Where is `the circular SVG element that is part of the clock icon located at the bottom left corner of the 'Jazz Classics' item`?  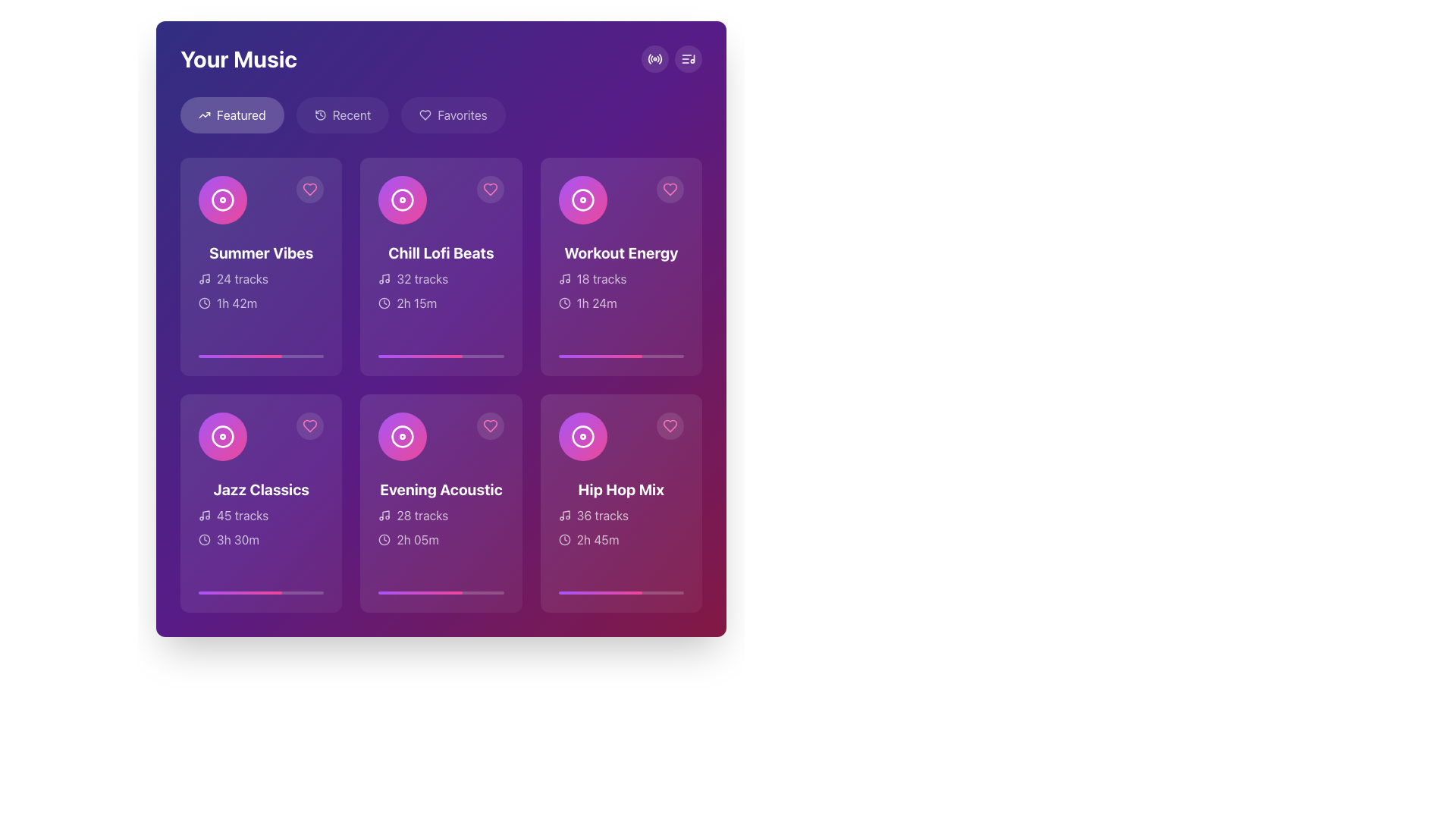
the circular SVG element that is part of the clock icon located at the bottom left corner of the 'Jazz Classics' item is located at coordinates (203, 539).